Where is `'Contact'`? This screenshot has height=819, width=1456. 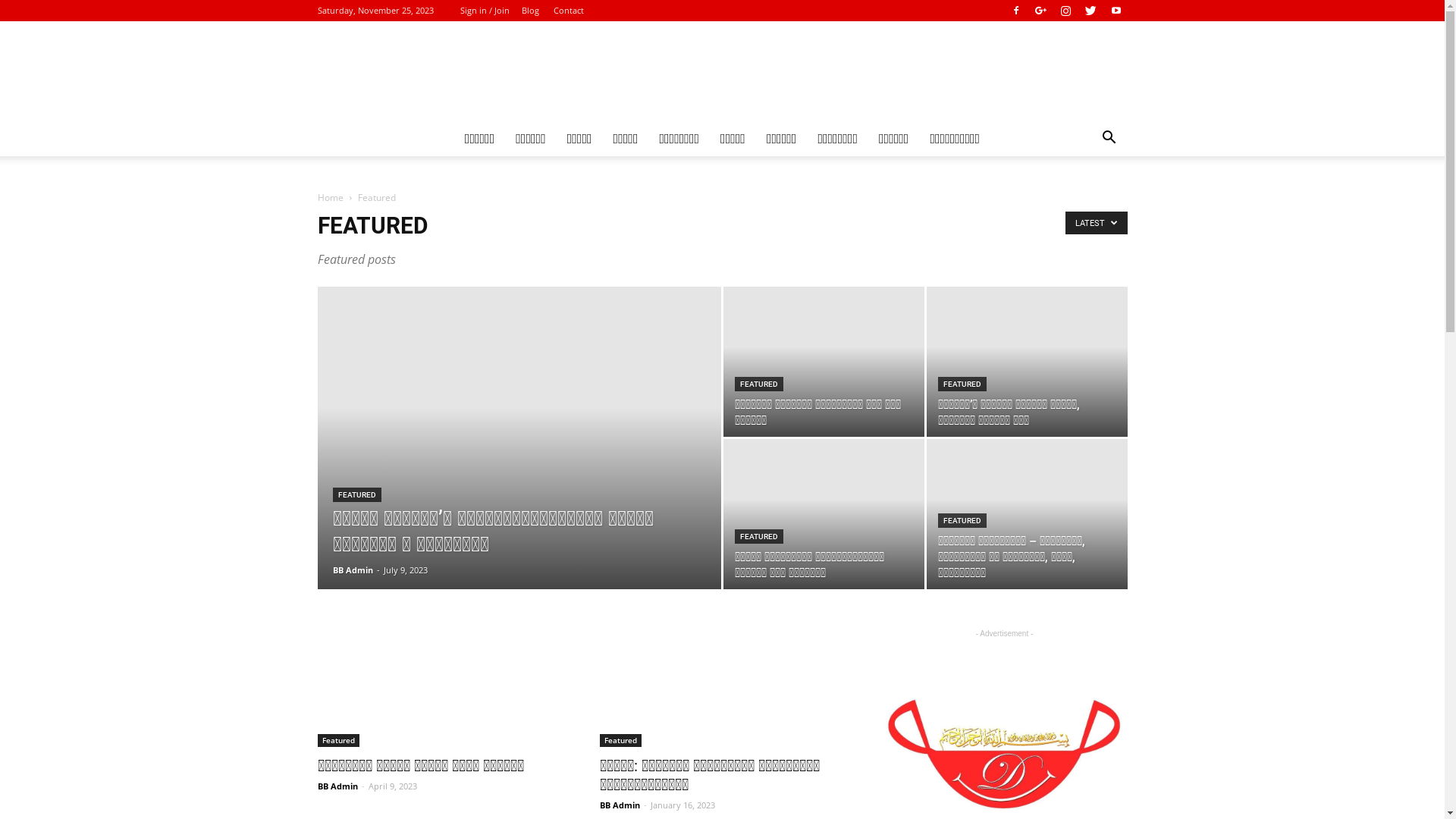 'Contact' is located at coordinates (552, 10).